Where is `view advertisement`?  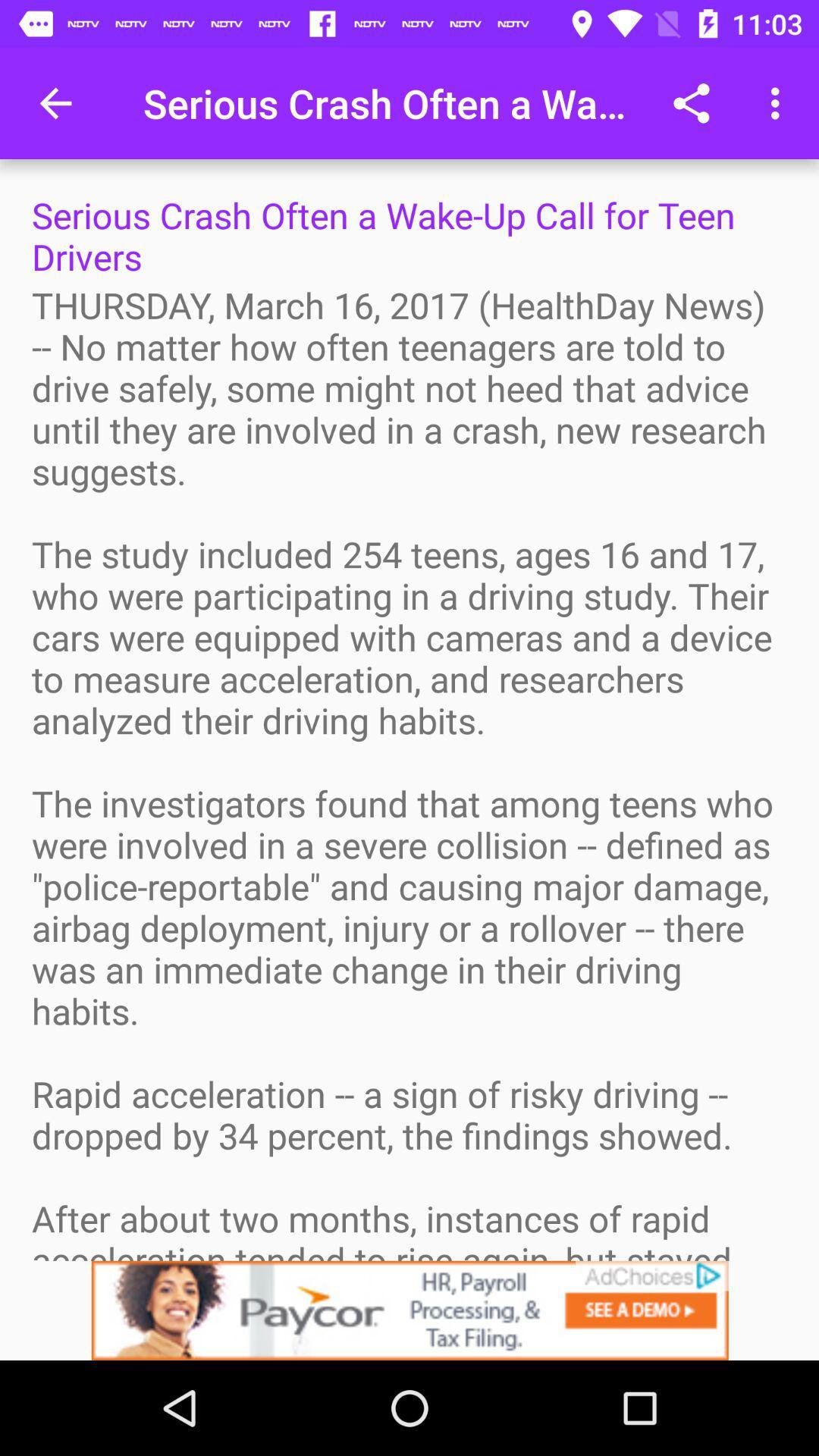 view advertisement is located at coordinates (409, 1310).